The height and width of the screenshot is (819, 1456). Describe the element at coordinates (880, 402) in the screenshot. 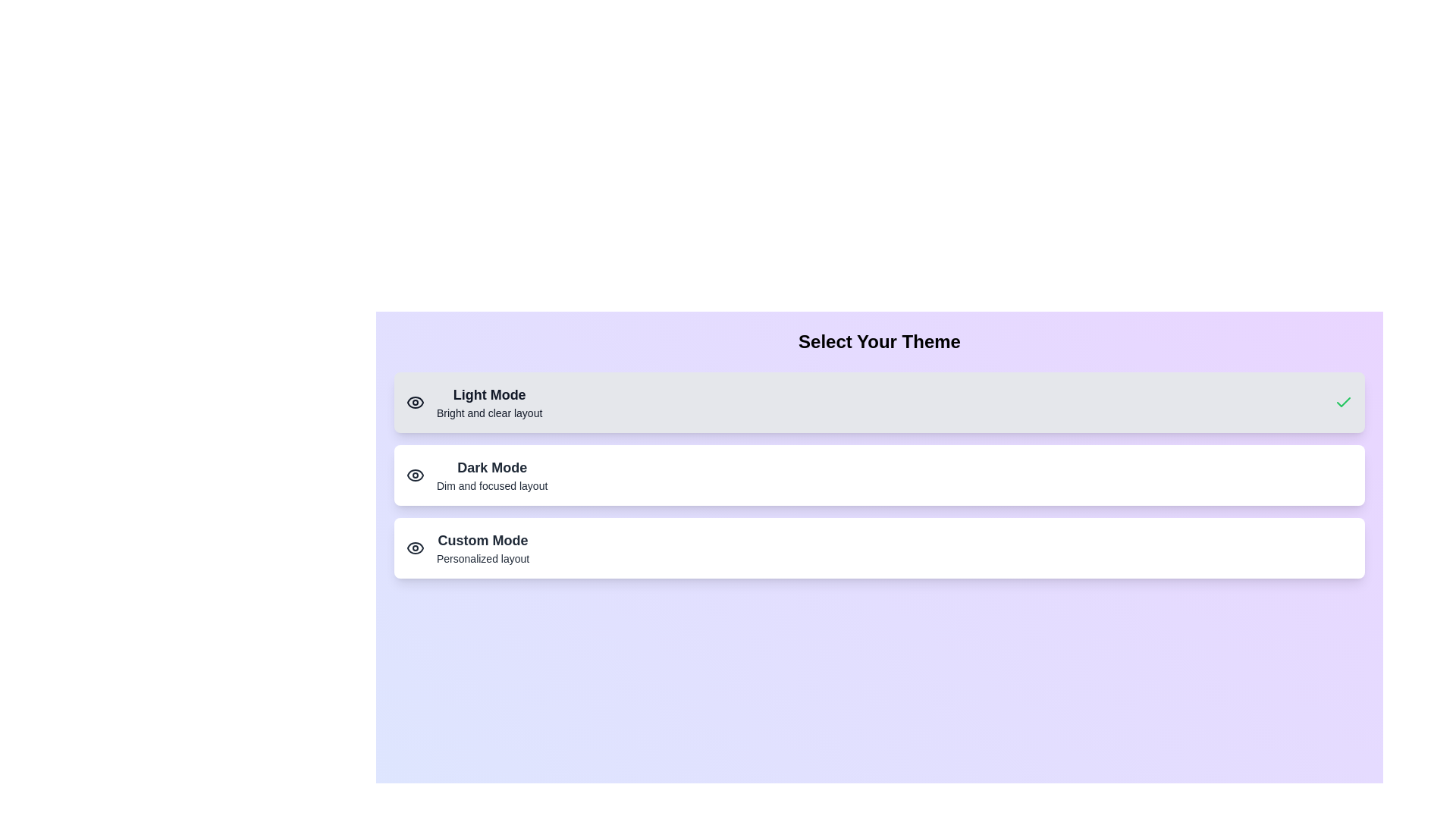

I see `the theme button corresponding to Light Mode` at that location.